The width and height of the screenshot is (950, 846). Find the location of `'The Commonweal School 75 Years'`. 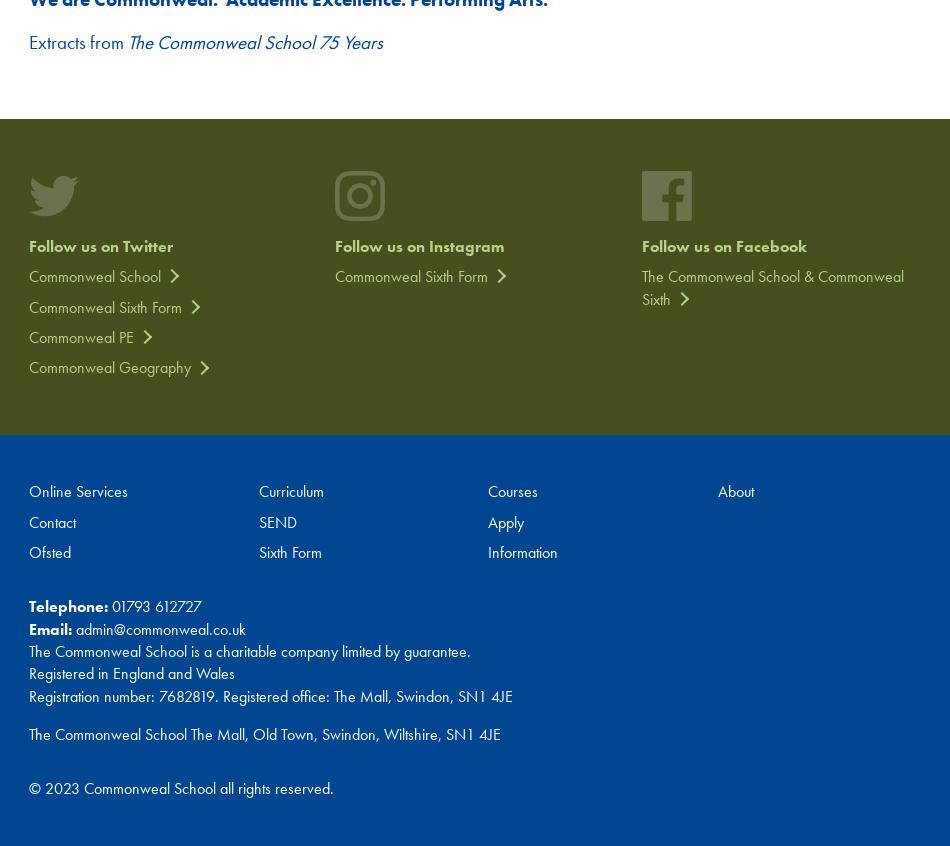

'The Commonweal School 75 Years' is located at coordinates (254, 40).